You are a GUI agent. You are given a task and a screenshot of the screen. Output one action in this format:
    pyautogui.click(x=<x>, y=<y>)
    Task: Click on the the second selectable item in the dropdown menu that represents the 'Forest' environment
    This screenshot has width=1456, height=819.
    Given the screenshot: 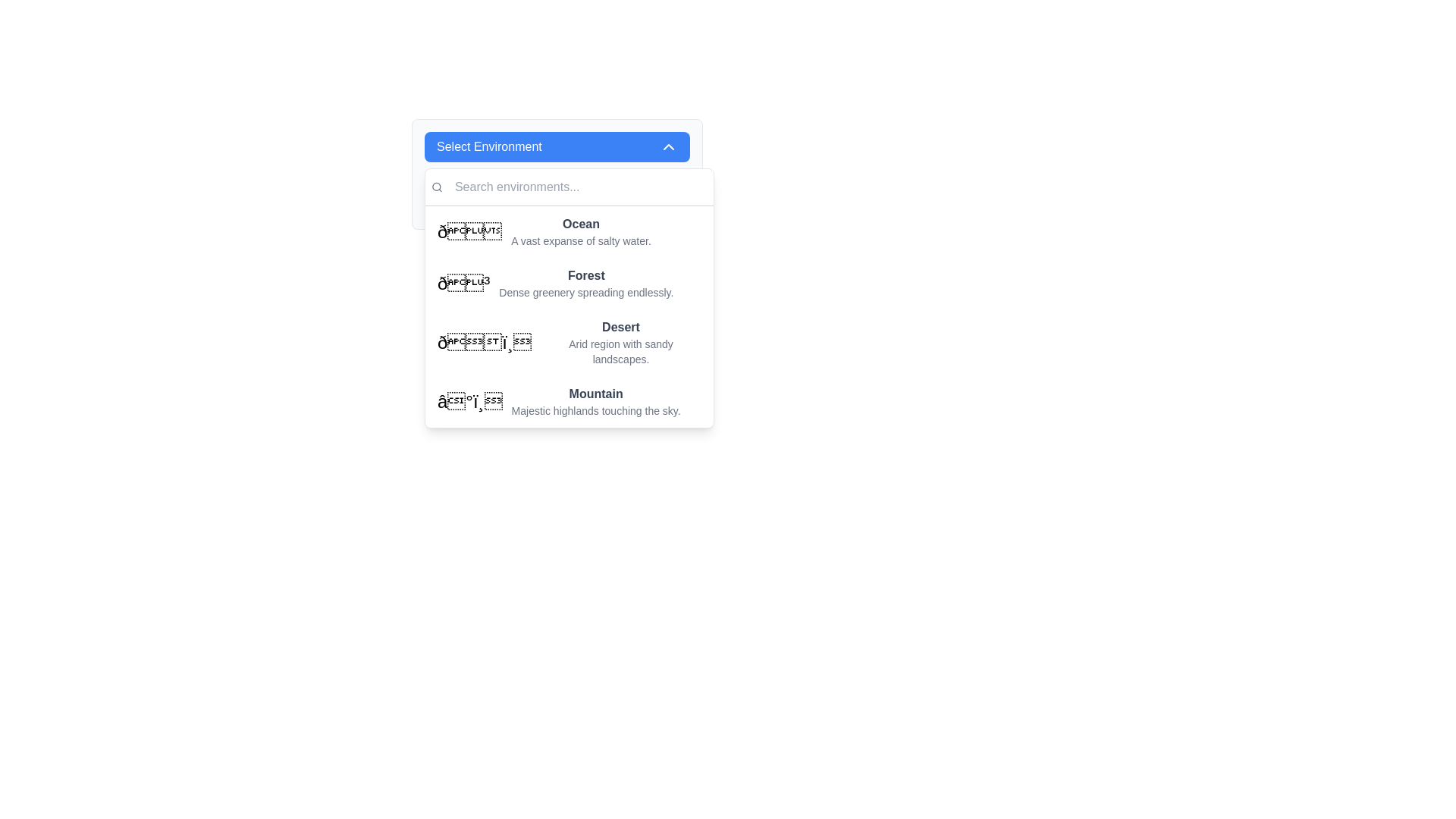 What is the action you would take?
    pyautogui.click(x=568, y=284)
    